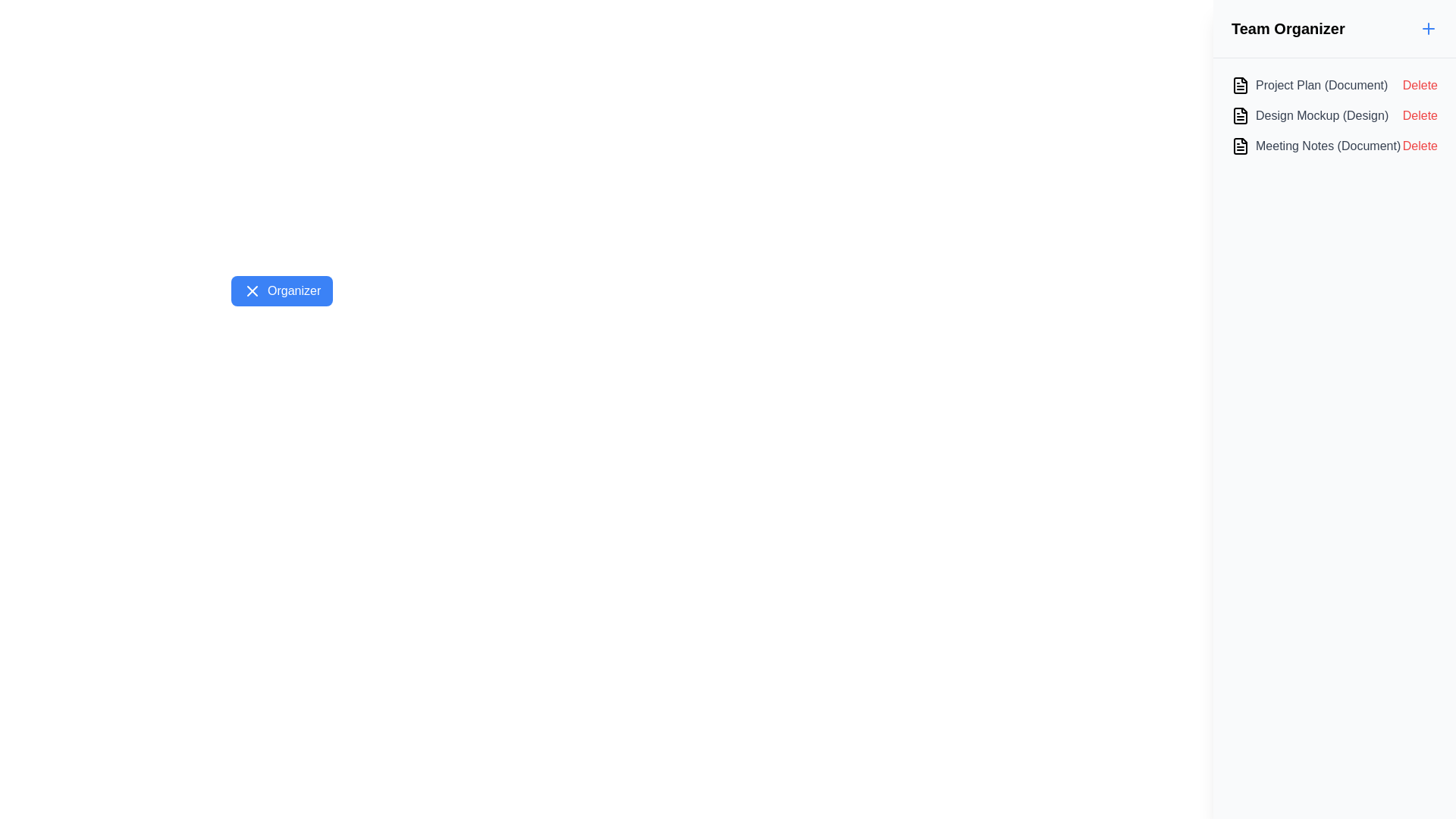 The height and width of the screenshot is (819, 1456). Describe the element at coordinates (282, 291) in the screenshot. I see `the prominent button located near the top-left corner of the interface` at that location.